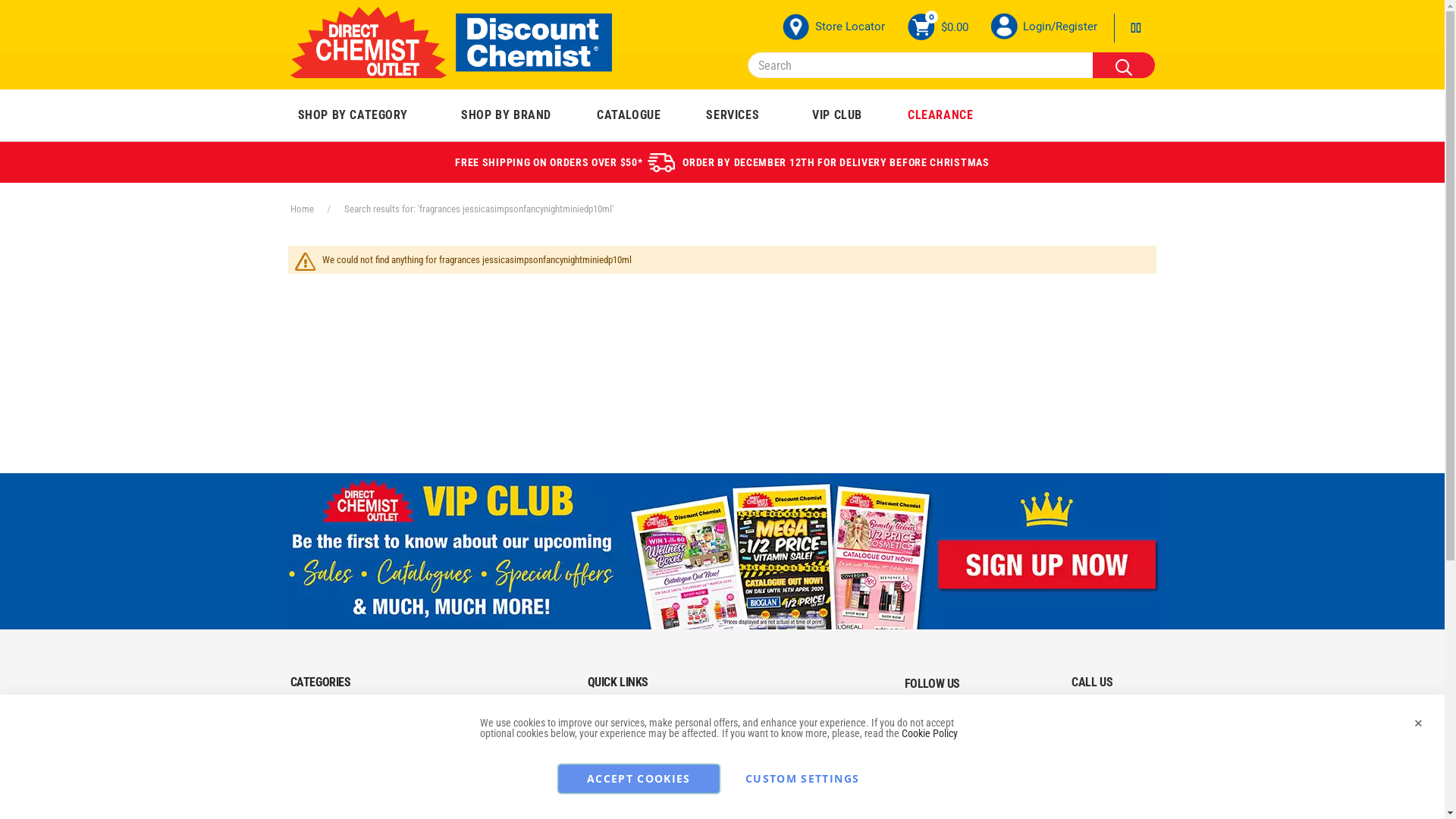 Image resolution: width=1456 pixels, height=819 pixels. What do you see at coordinates (939, 114) in the screenshot?
I see `'CLEARANCE'` at bounding box center [939, 114].